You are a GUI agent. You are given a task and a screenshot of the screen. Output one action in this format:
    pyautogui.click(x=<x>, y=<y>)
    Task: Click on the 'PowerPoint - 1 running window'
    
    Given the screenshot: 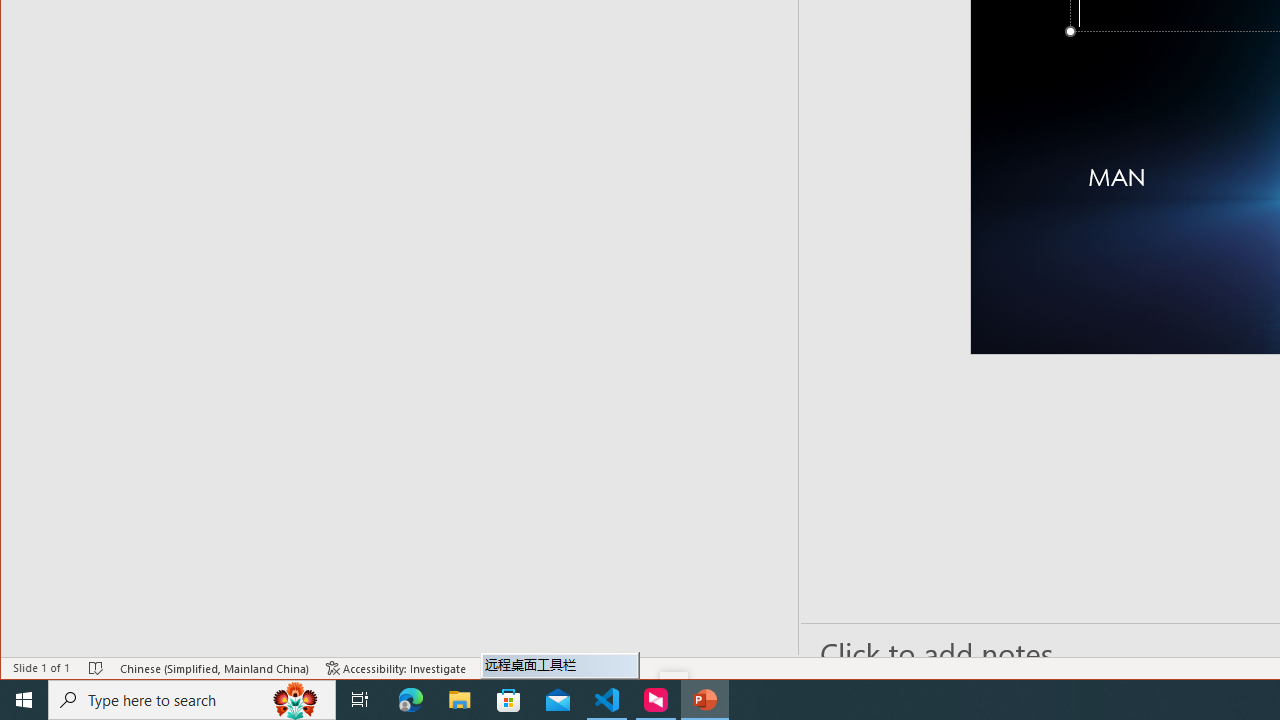 What is the action you would take?
    pyautogui.click(x=705, y=698)
    